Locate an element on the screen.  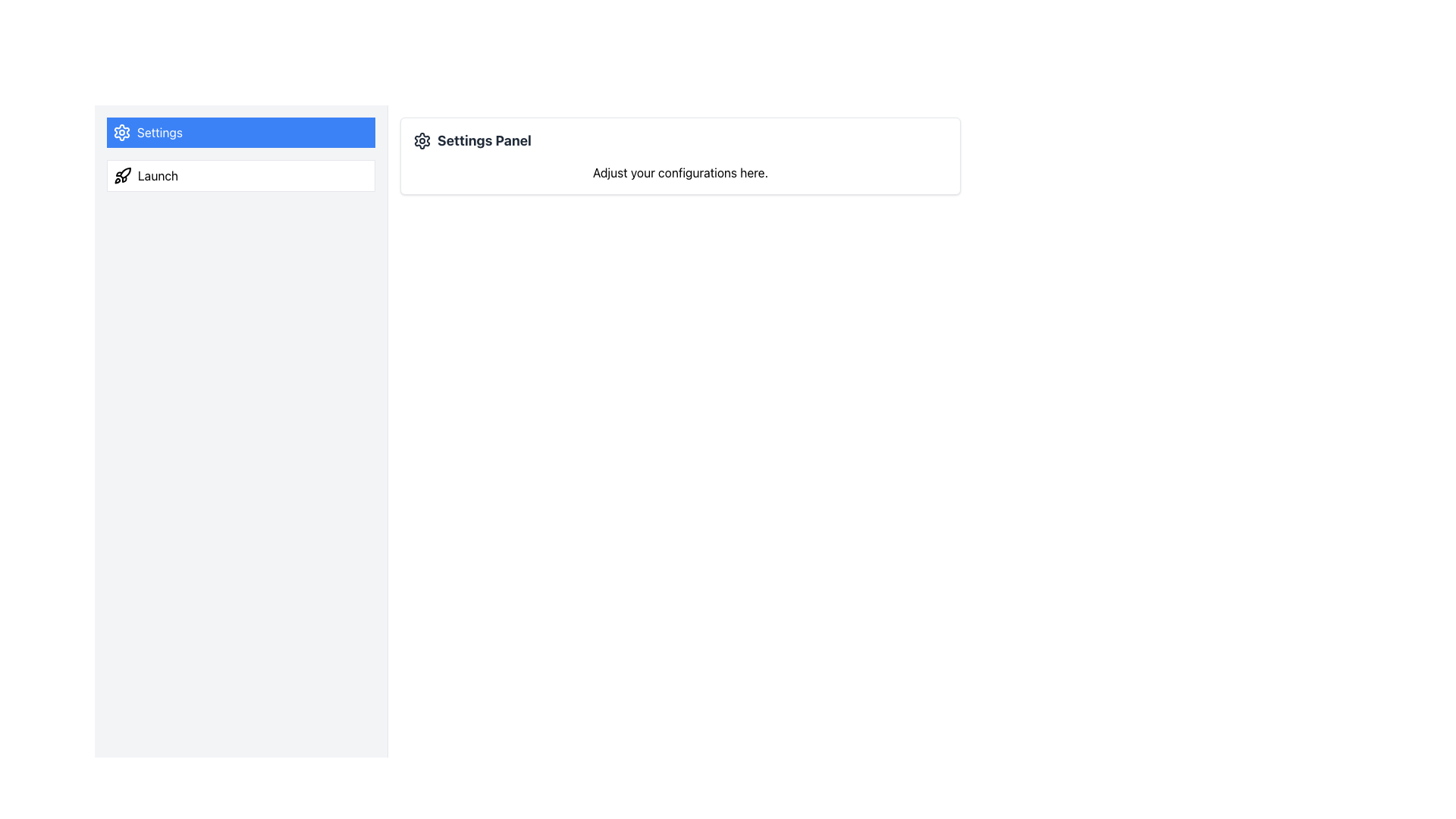
the text element that reads 'Adjust your configurations here.' located at the bottom of the 'Settings Panel' card is located at coordinates (679, 171).